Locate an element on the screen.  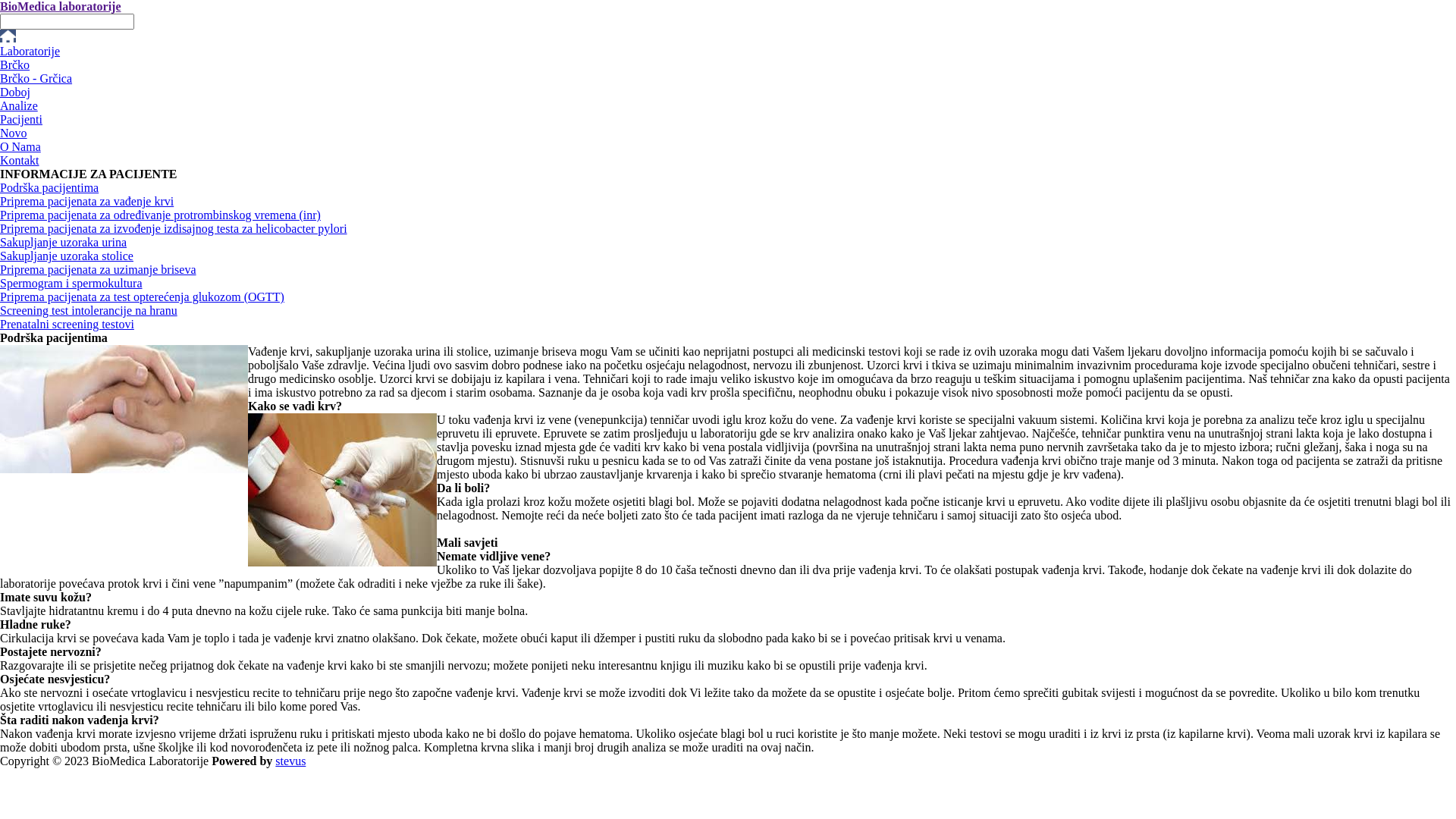
'Screening test intolerancije na hranu' is located at coordinates (0, 309).